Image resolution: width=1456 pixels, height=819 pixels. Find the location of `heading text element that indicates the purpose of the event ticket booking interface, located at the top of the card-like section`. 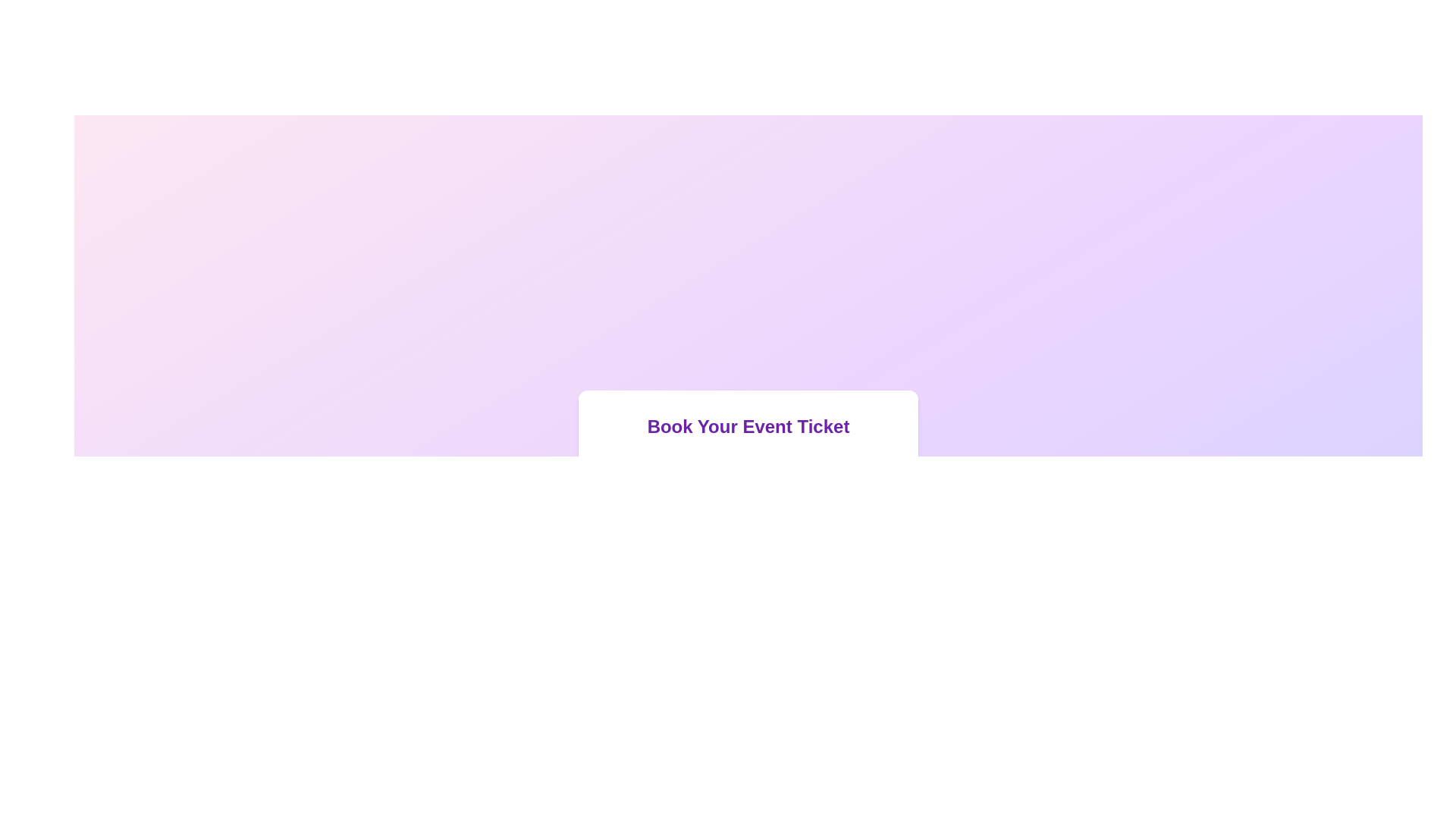

heading text element that indicates the purpose of the event ticket booking interface, located at the top of the card-like section is located at coordinates (748, 426).